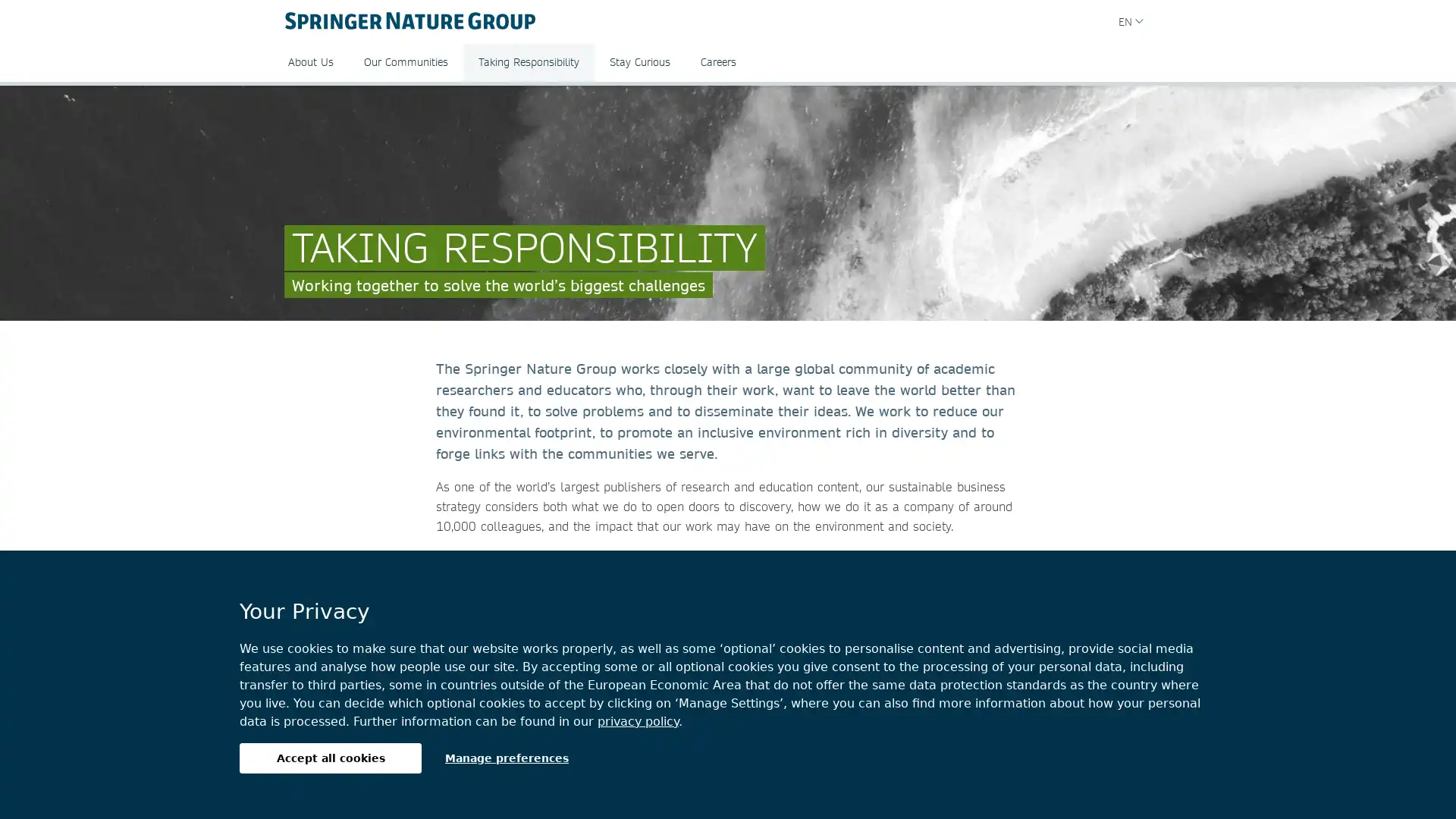 This screenshot has width=1456, height=819. I want to click on Accept all cookies, so click(330, 758).